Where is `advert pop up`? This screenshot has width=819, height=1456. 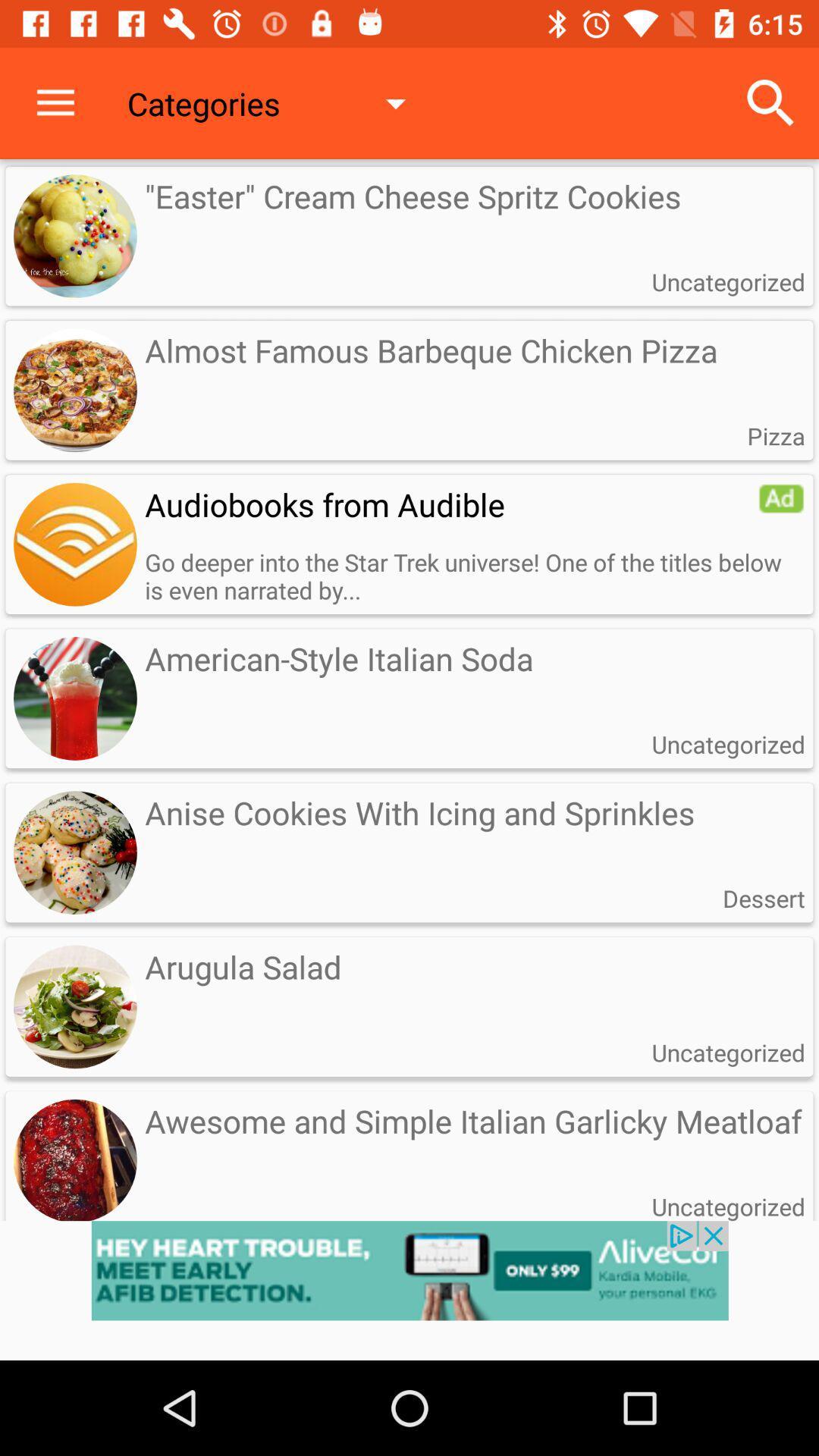 advert pop up is located at coordinates (409, 1290).